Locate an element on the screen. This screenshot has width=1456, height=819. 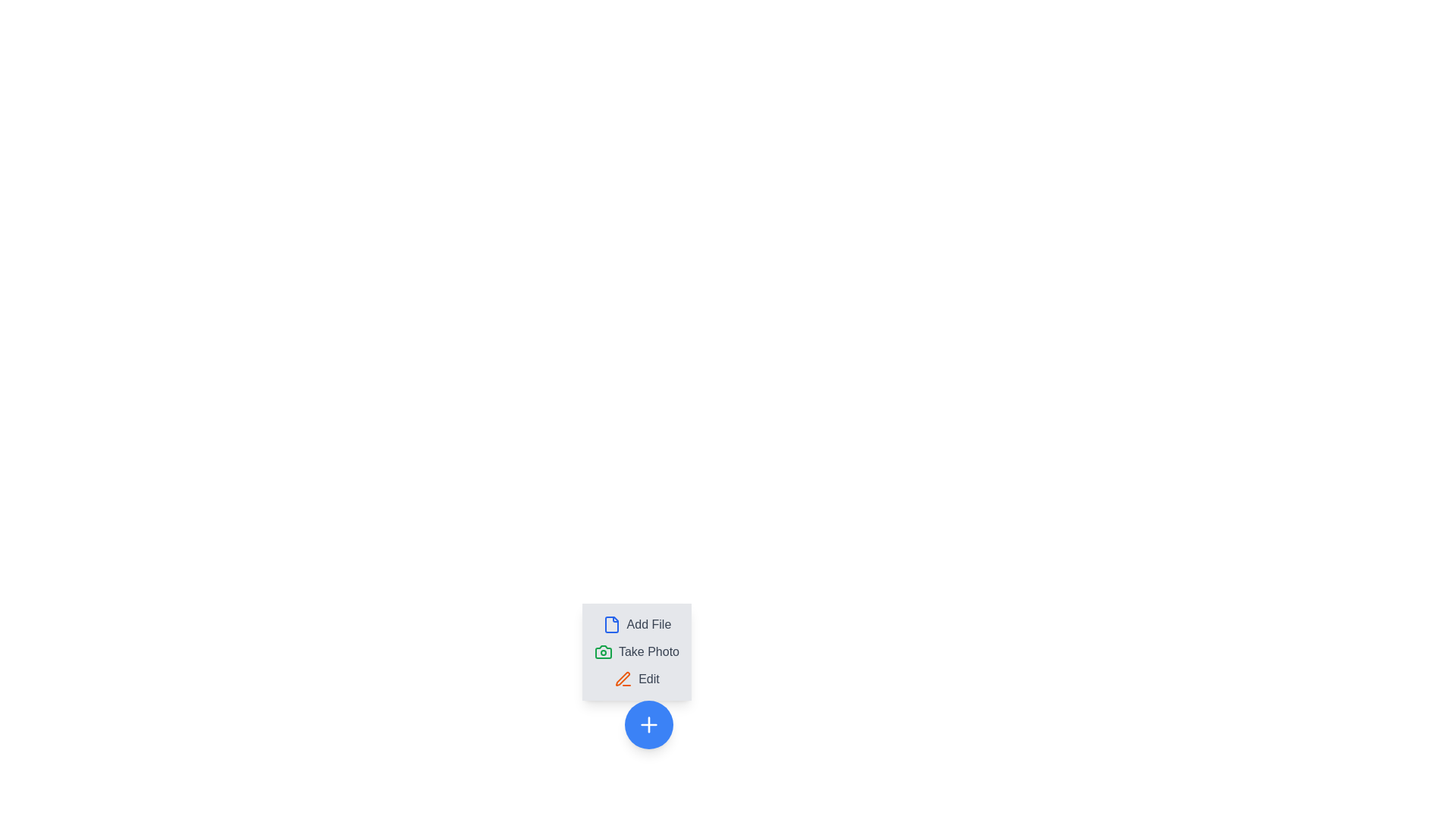
the plus icon inside the circular blue button located at the bottom right corner of the interface is located at coordinates (648, 724).